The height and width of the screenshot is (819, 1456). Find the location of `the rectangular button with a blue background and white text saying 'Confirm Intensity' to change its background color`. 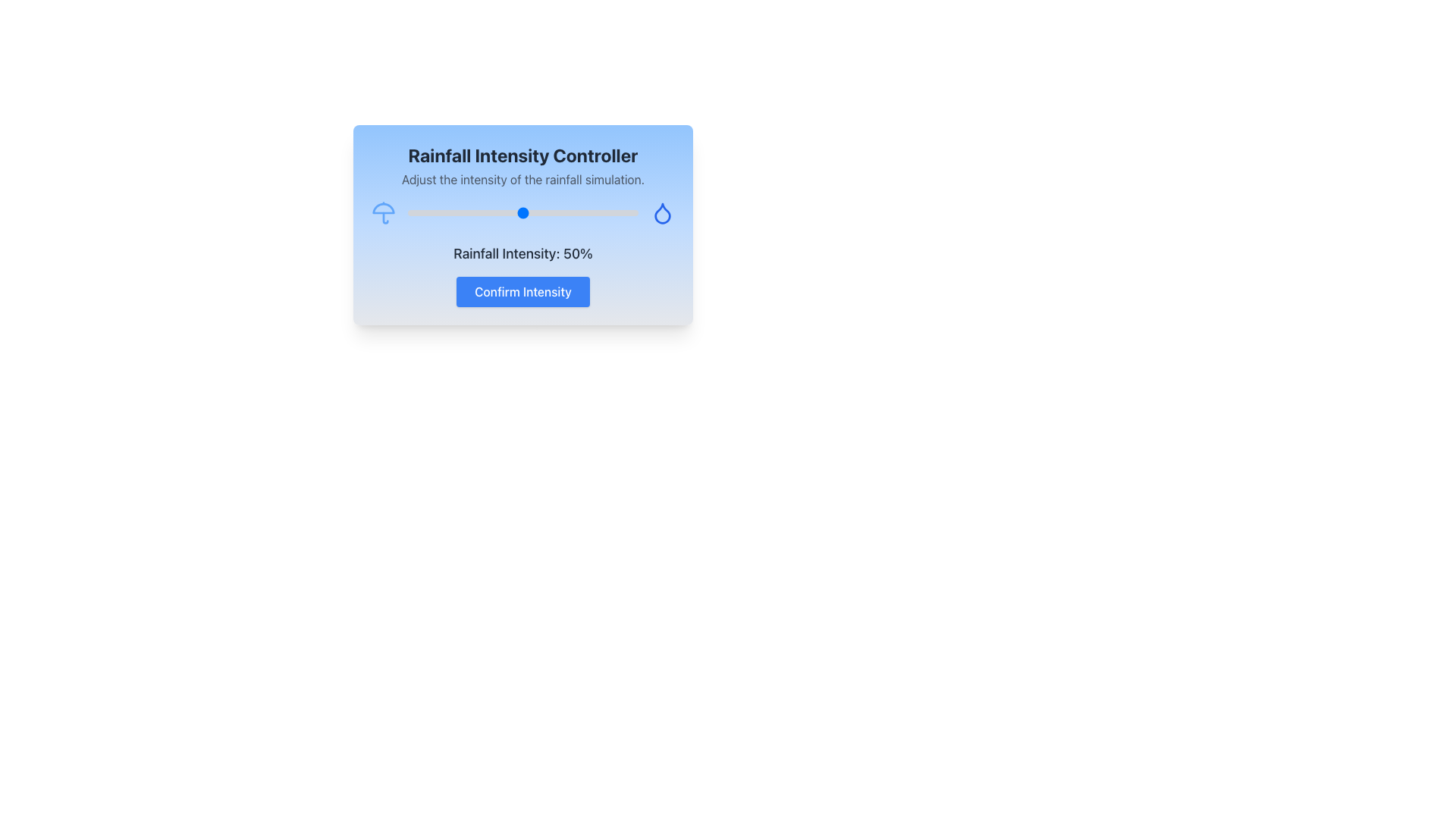

the rectangular button with a blue background and white text saying 'Confirm Intensity' to change its background color is located at coordinates (523, 292).